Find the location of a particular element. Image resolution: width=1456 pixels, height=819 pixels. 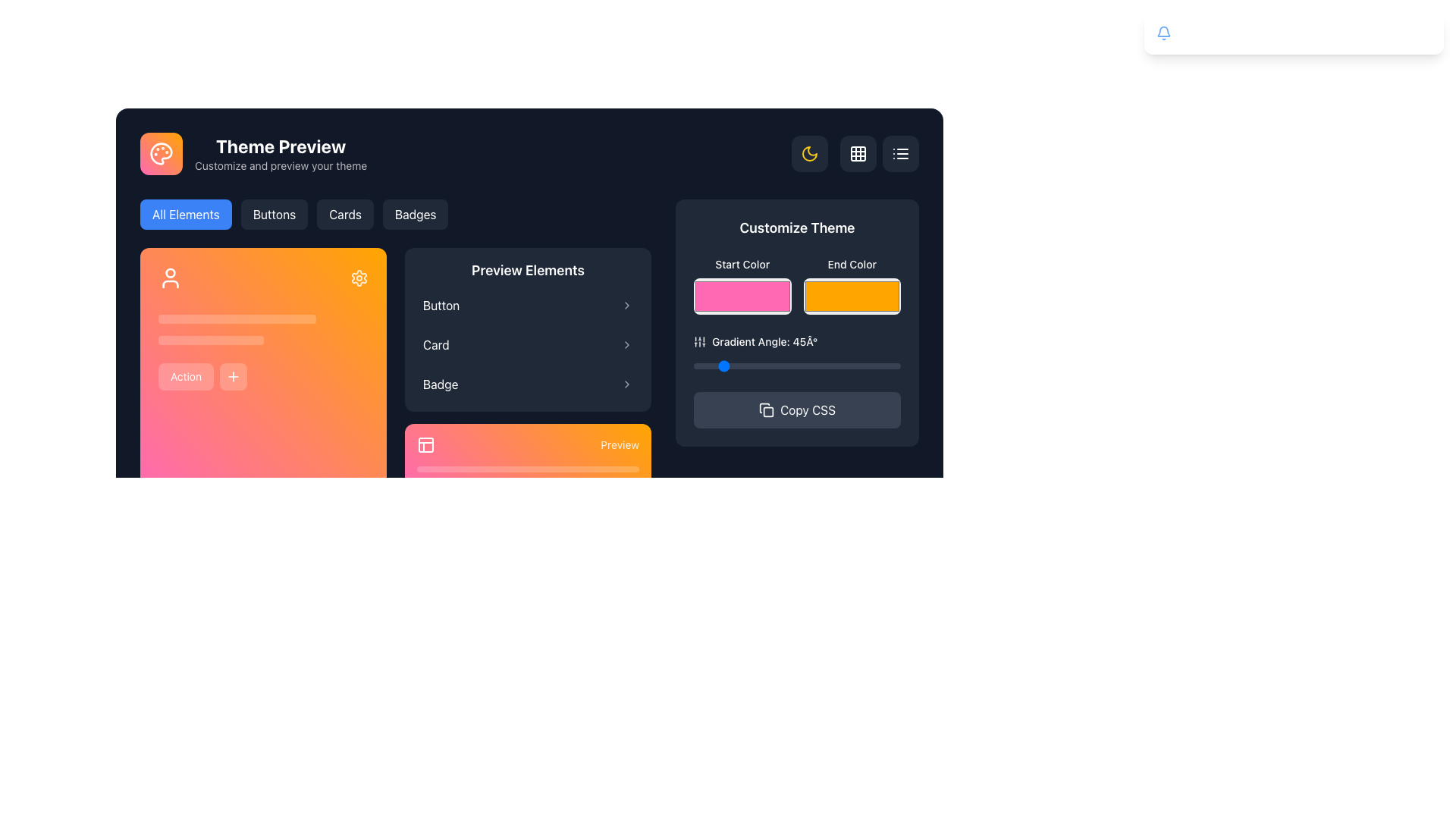

the Decorative bar, which is a horizontal bar with rounded edges and a faint white overlay located in the left panel of the interface with gradient coloring from pink to orange is located at coordinates (236, 318).